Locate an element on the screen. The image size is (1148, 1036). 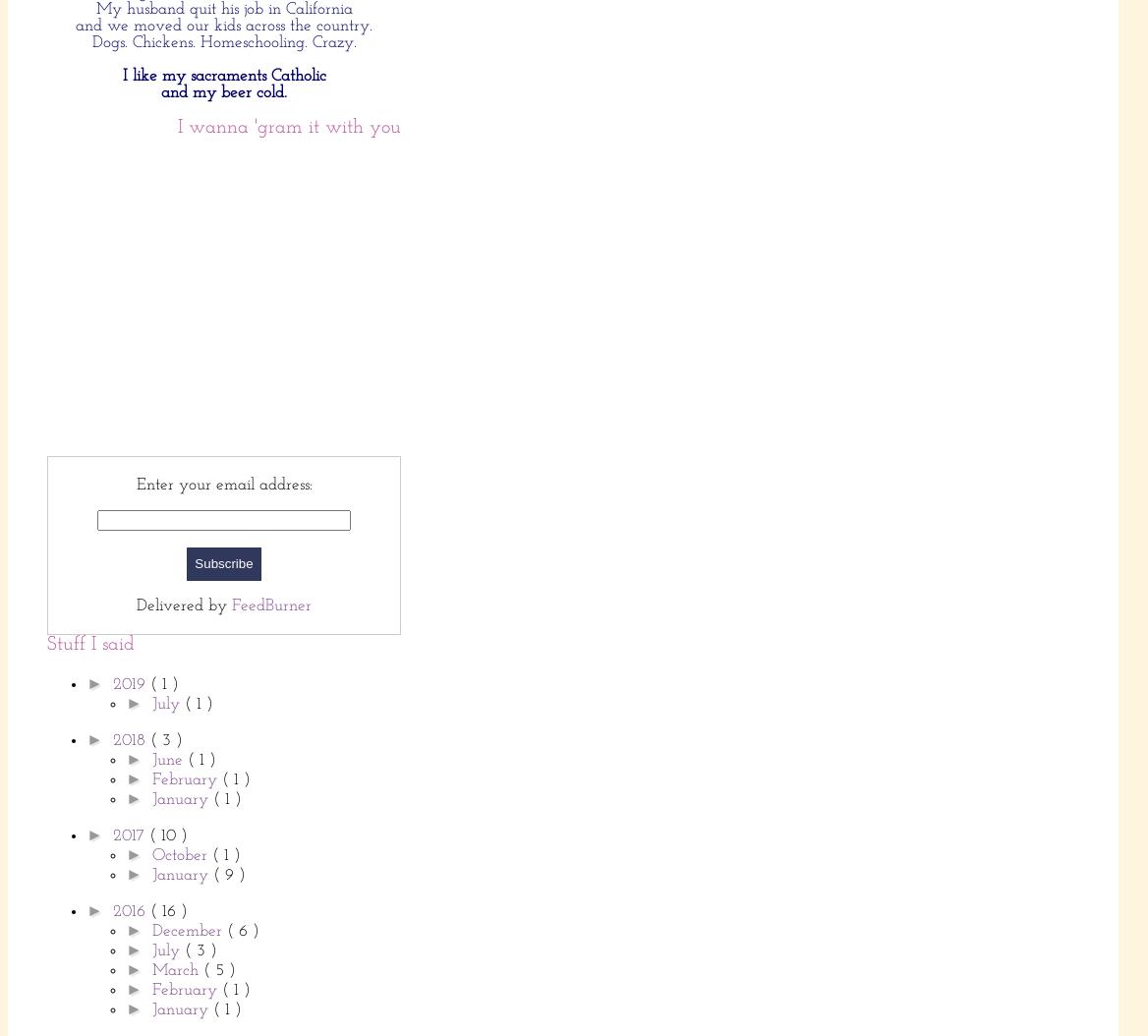
'October' is located at coordinates (150, 854).